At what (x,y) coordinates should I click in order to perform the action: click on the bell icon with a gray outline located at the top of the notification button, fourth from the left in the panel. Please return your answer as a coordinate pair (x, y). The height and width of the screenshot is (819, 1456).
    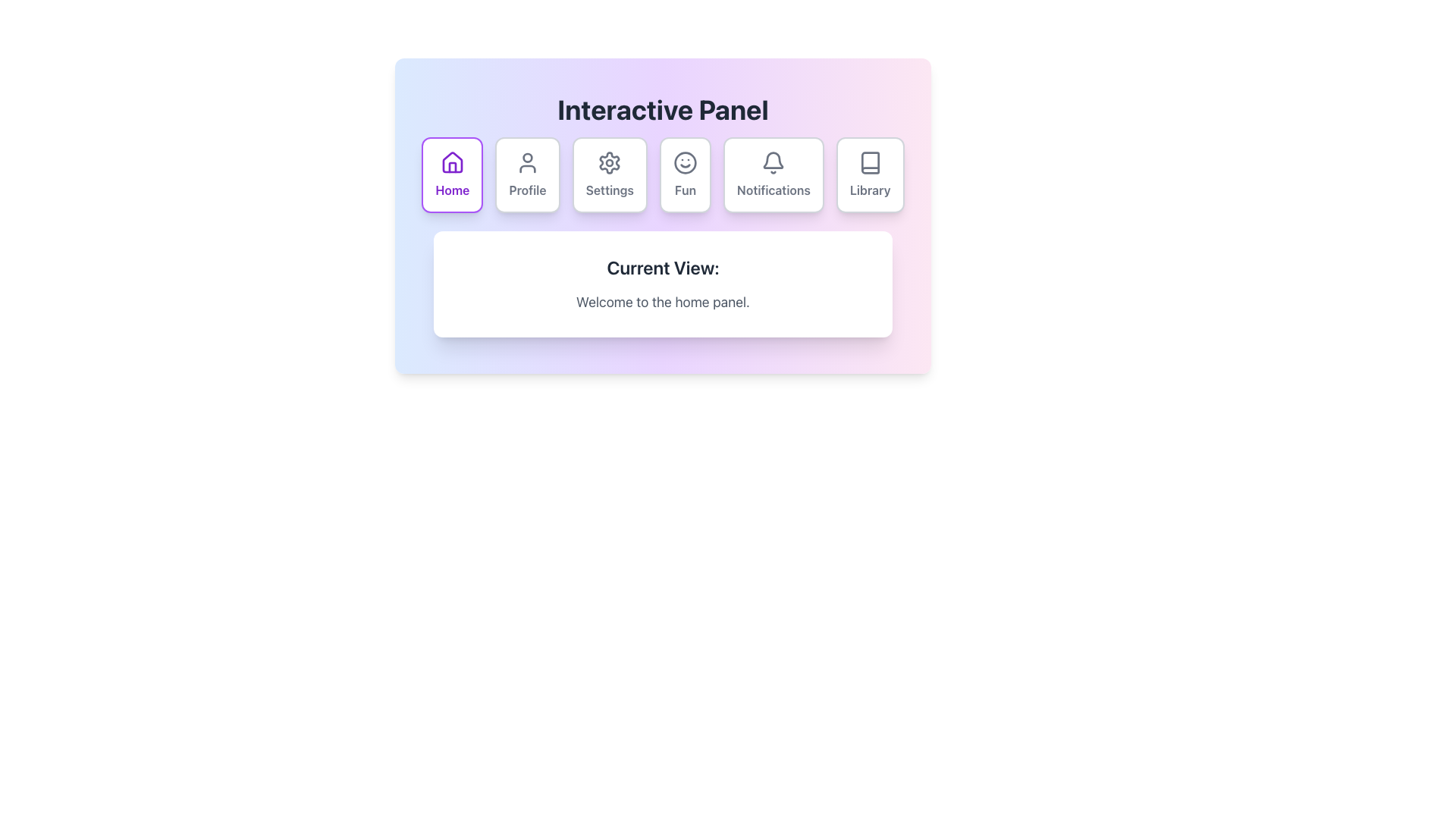
    Looking at the image, I should click on (773, 163).